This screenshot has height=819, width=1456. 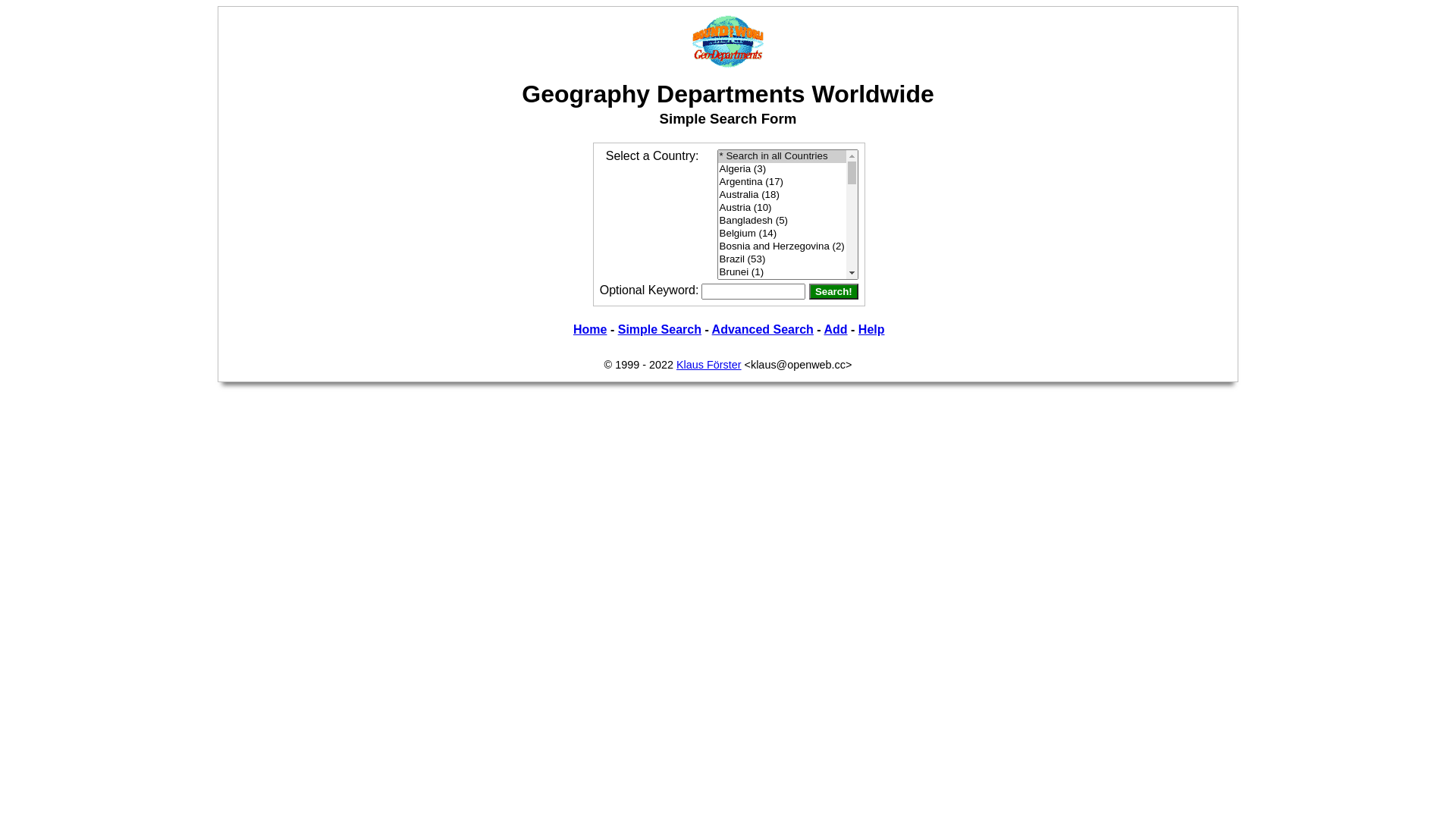 What do you see at coordinates (871, 328) in the screenshot?
I see `'Help'` at bounding box center [871, 328].